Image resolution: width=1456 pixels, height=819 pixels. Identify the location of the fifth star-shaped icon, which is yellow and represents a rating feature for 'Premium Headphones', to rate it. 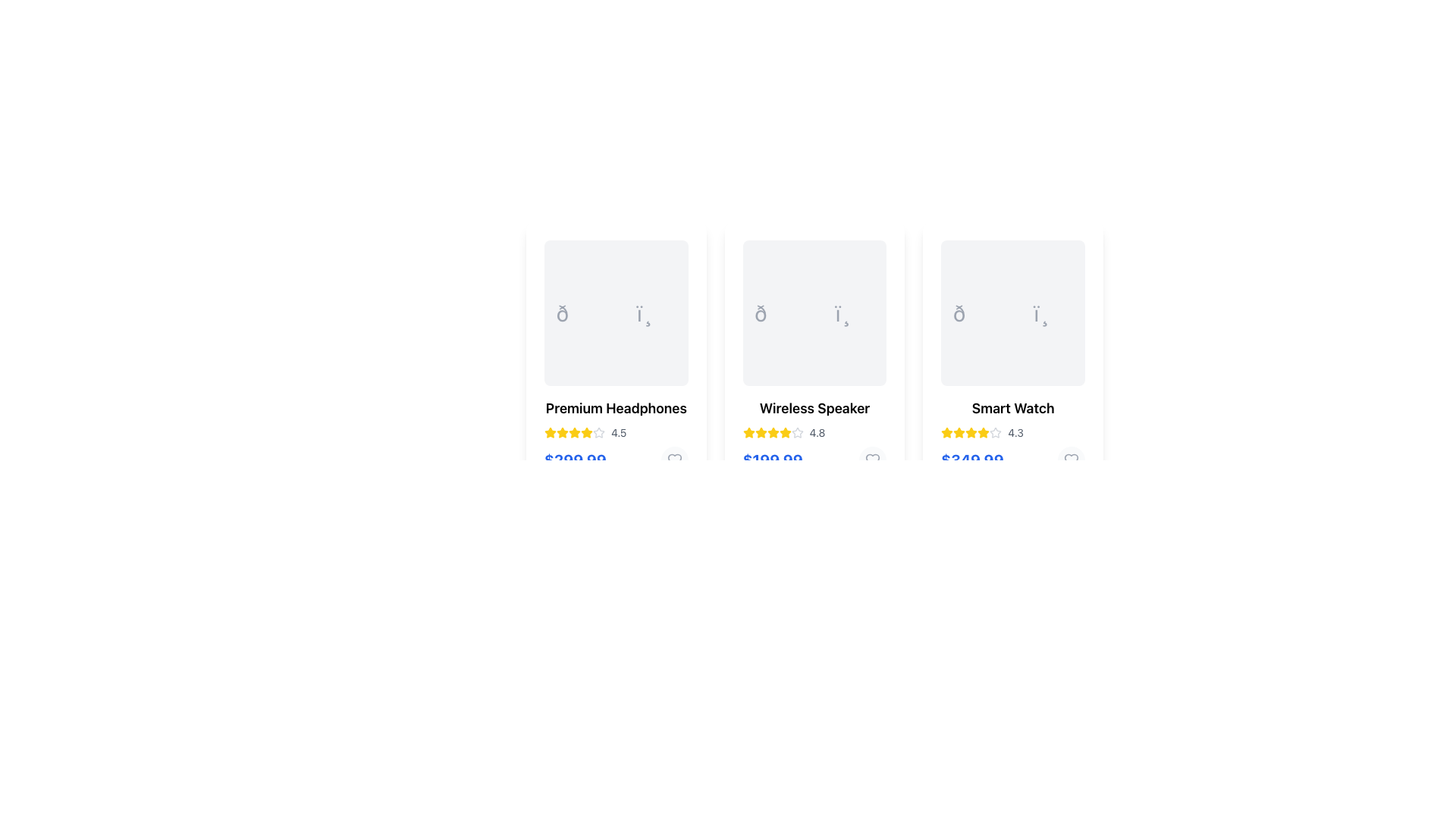
(549, 432).